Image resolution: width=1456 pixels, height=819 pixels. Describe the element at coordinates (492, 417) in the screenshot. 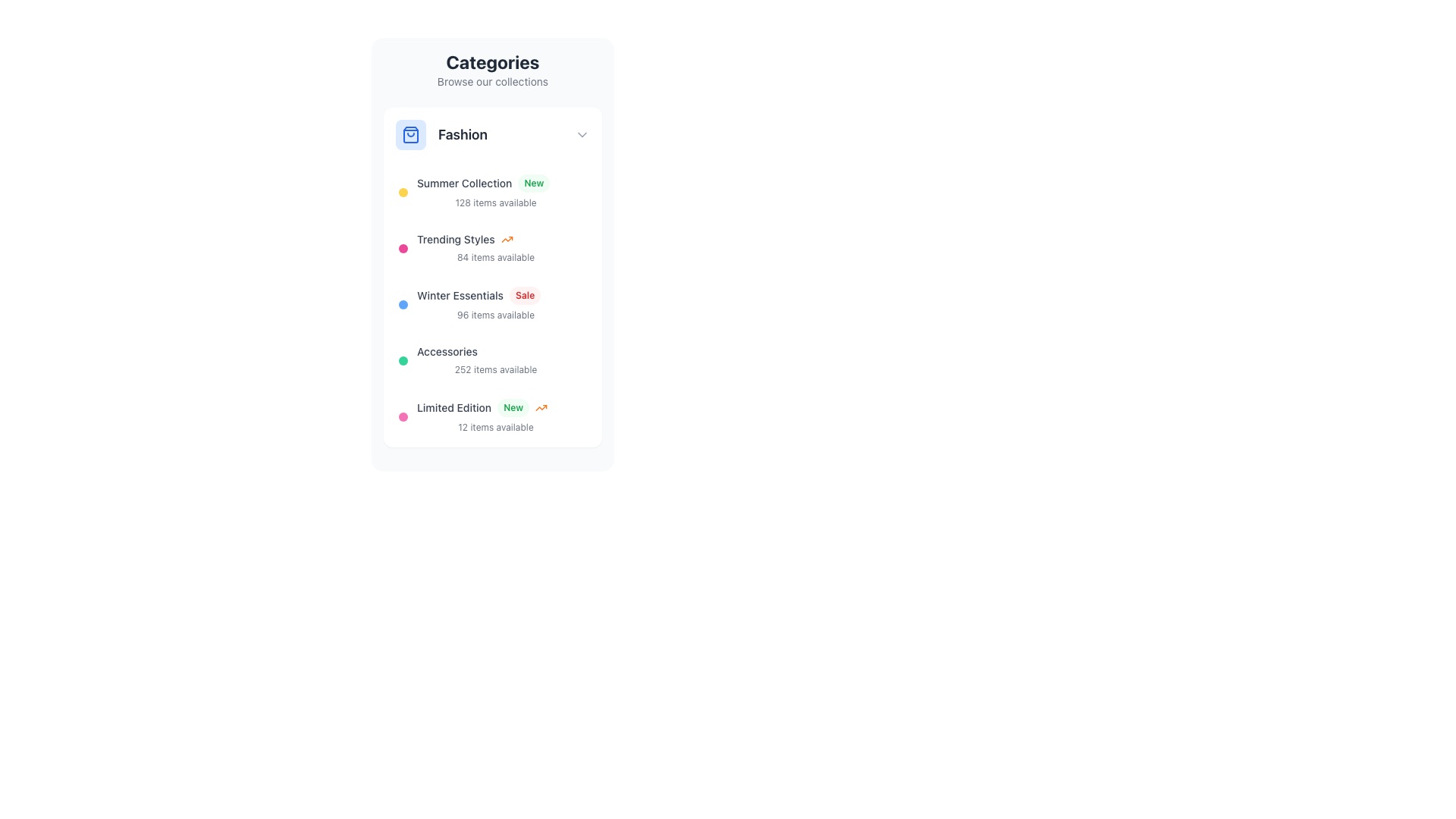

I see `the list item labeled 'Limited Edition' with the 'New' label styled in green, which is the last item in the 'Fashion' section` at that location.